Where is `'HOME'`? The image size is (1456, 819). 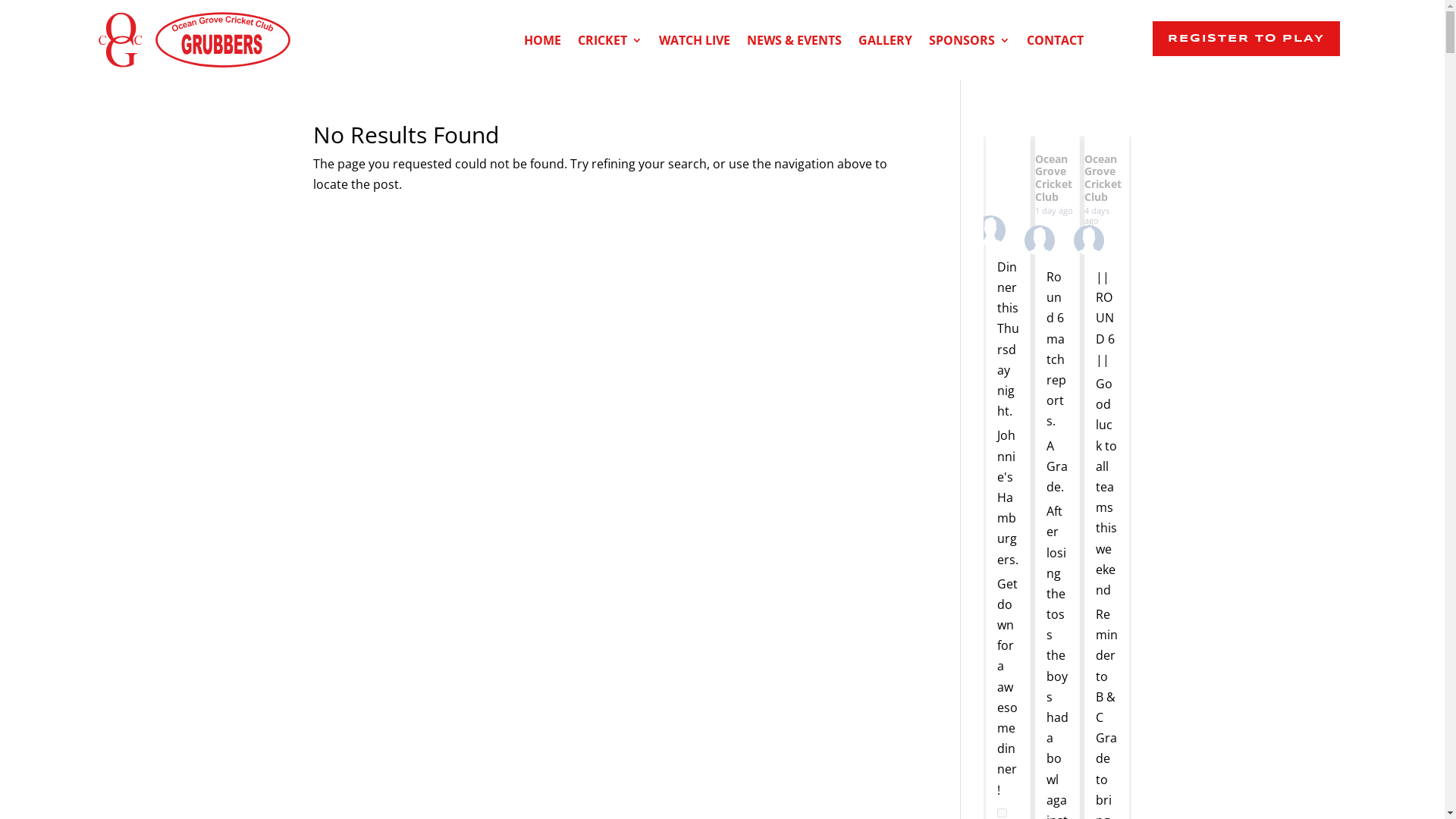
'HOME' is located at coordinates (542, 42).